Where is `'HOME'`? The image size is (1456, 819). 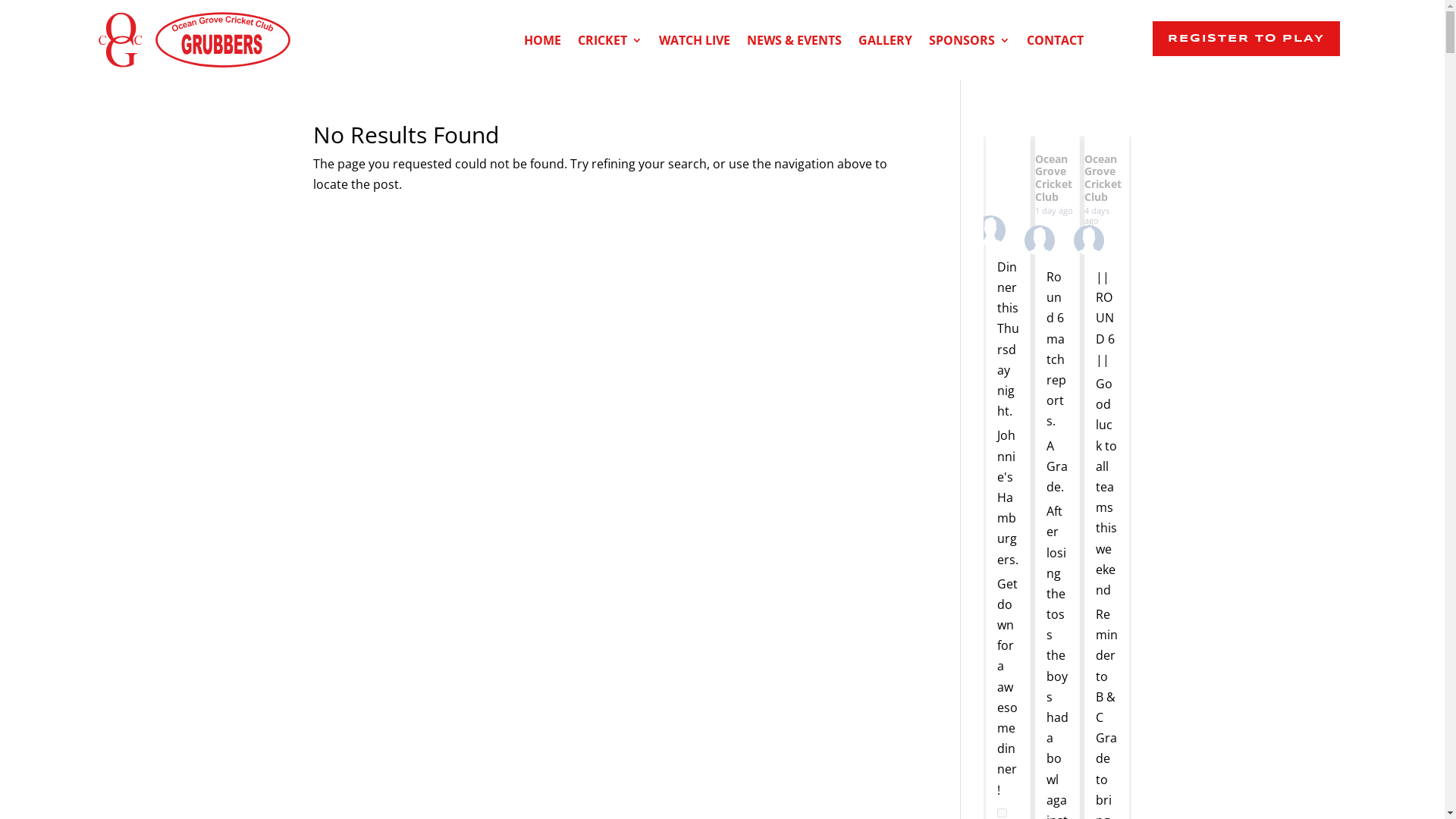
'HOME' is located at coordinates (542, 42).